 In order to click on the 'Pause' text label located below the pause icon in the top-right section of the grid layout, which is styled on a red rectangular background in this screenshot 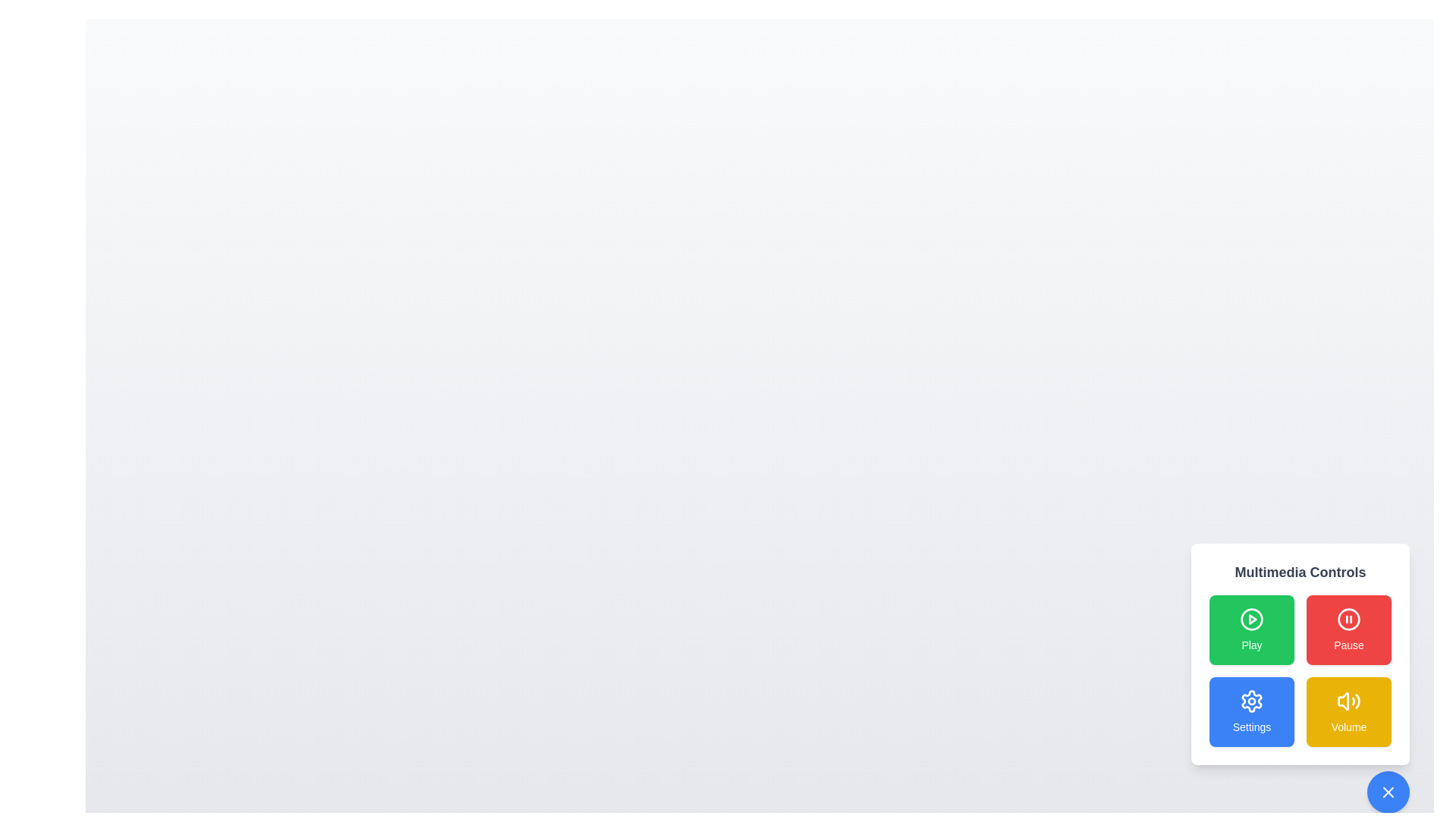, I will do `click(1349, 645)`.